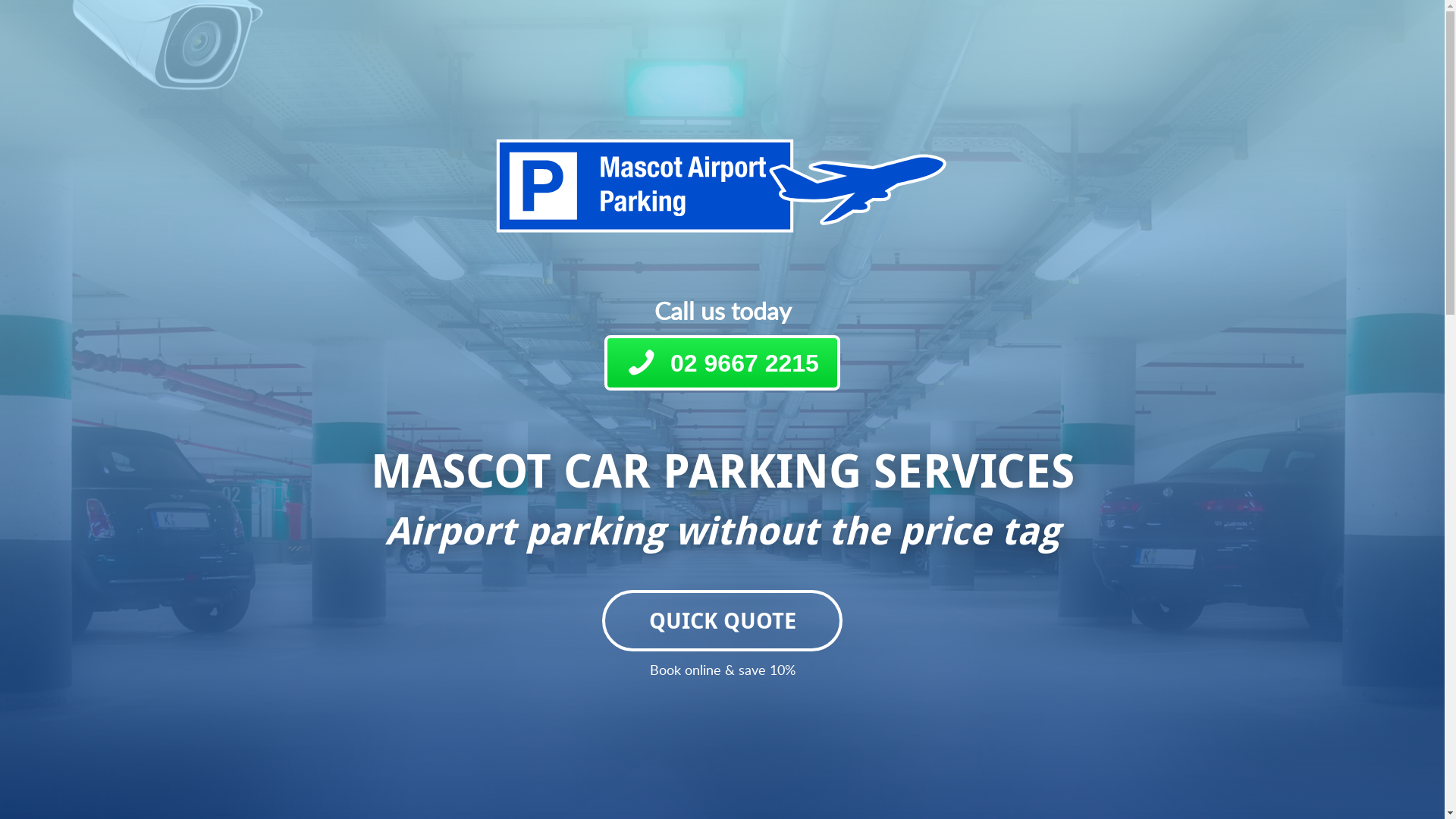 The width and height of the screenshot is (1456, 819). Describe the element at coordinates (721, 620) in the screenshot. I see `'QUICK QUOTE'` at that location.